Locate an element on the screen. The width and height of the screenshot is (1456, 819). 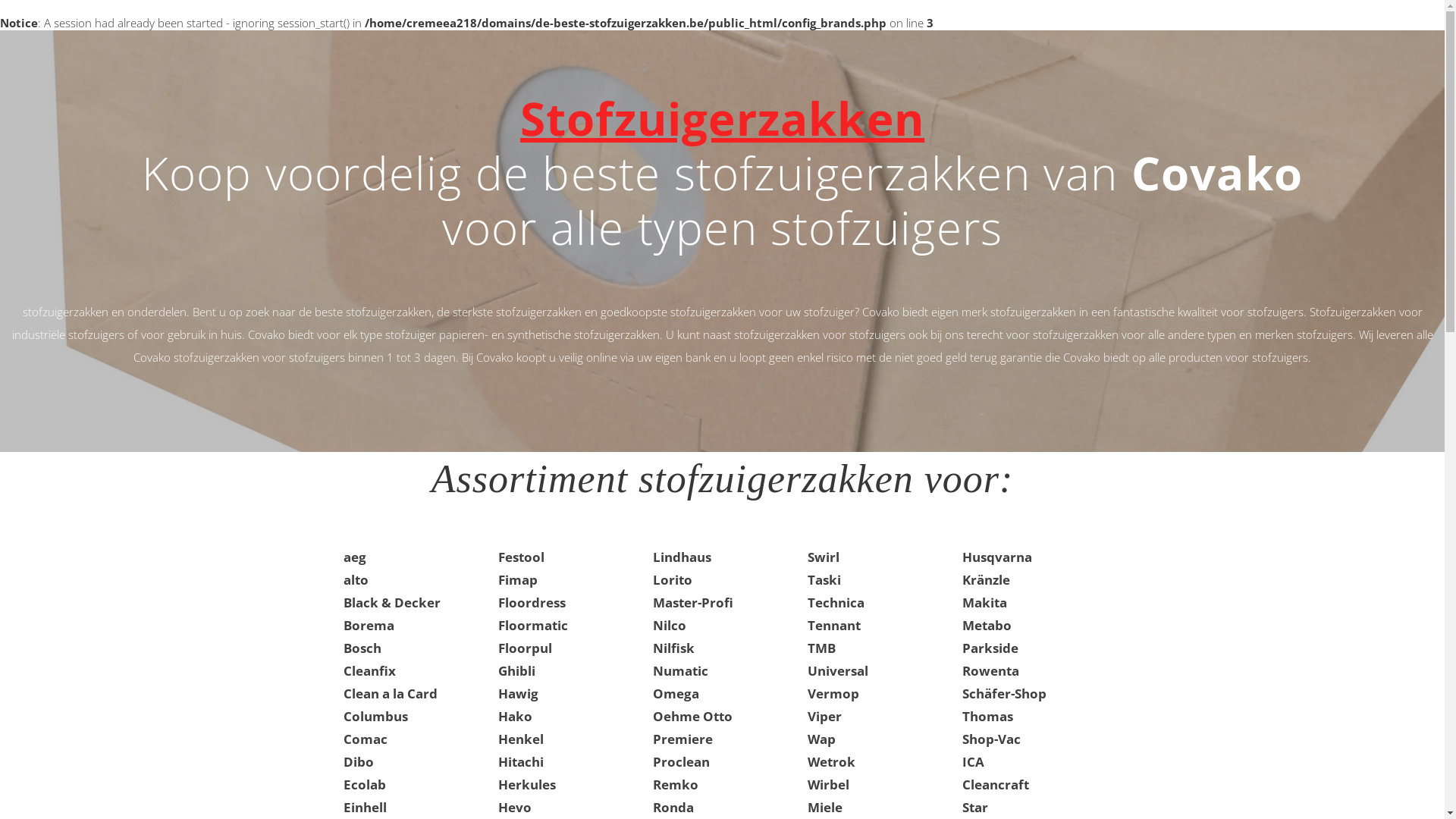
'alto' is located at coordinates (354, 579).